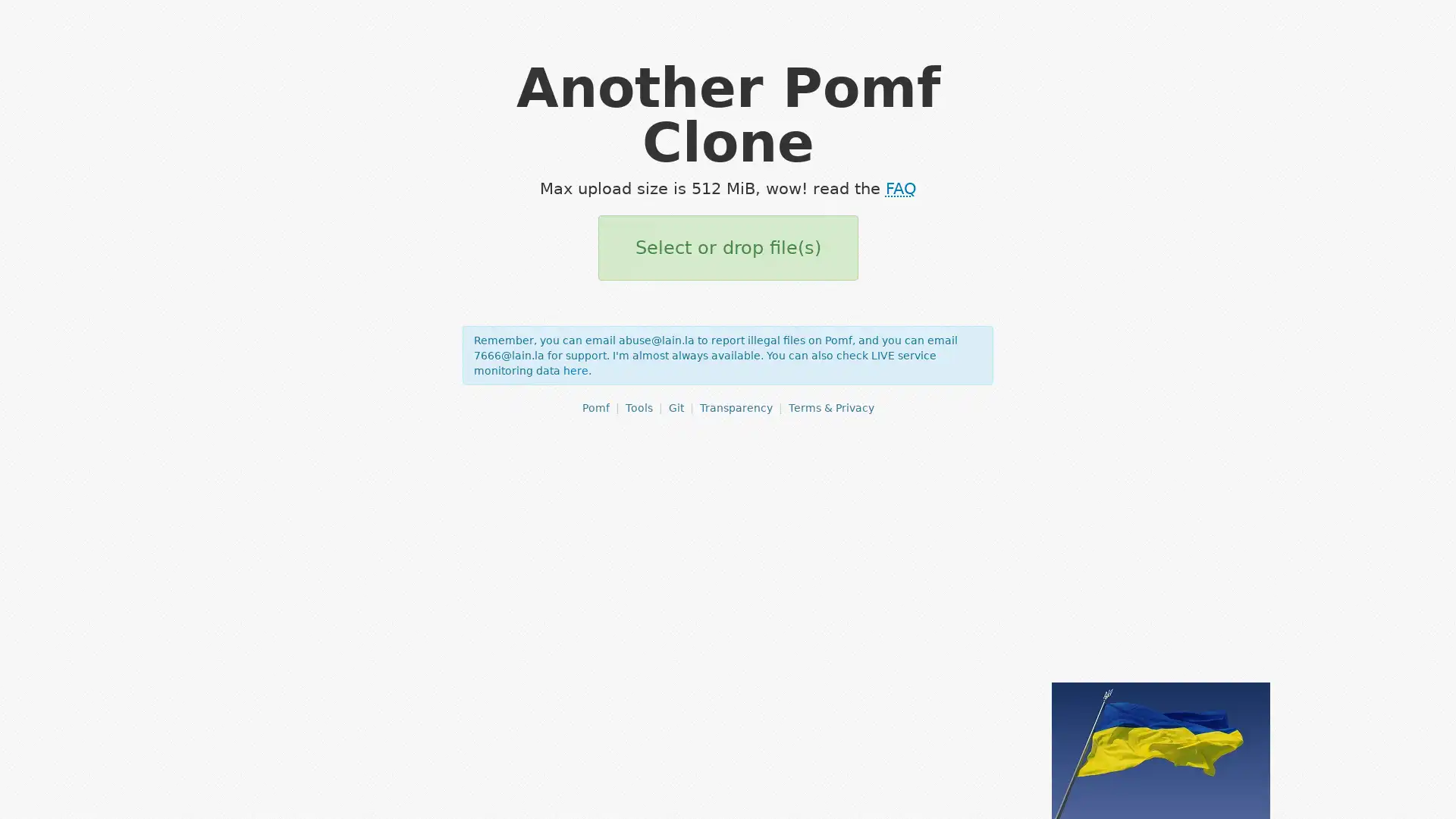  Describe the element at coordinates (726, 247) in the screenshot. I see `Select or drop file(s)` at that location.